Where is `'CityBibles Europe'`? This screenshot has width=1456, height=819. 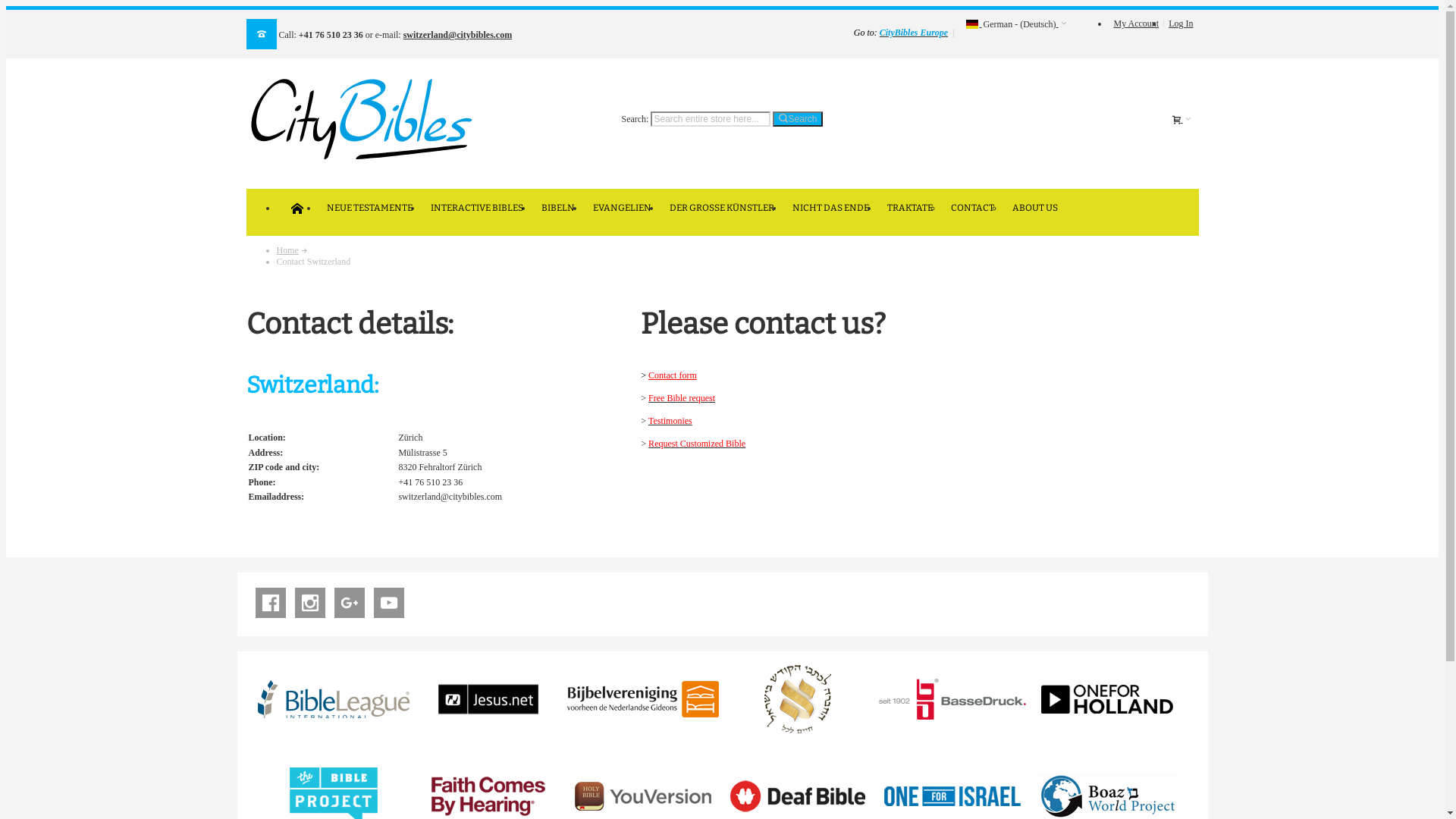 'CityBibles Europe' is located at coordinates (912, 32).